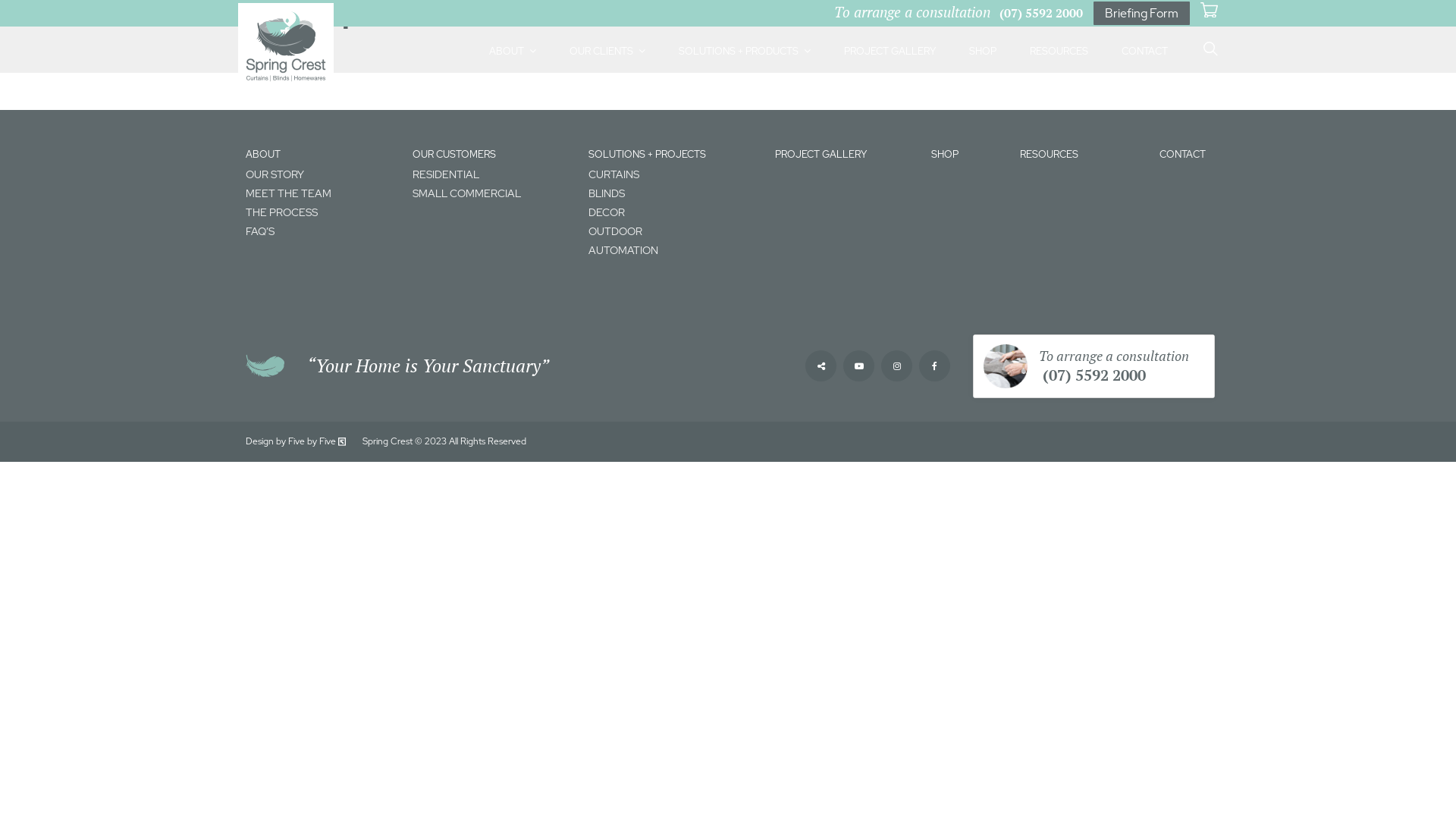 This screenshot has height=819, width=1456. I want to click on 'DECOR', so click(673, 212).